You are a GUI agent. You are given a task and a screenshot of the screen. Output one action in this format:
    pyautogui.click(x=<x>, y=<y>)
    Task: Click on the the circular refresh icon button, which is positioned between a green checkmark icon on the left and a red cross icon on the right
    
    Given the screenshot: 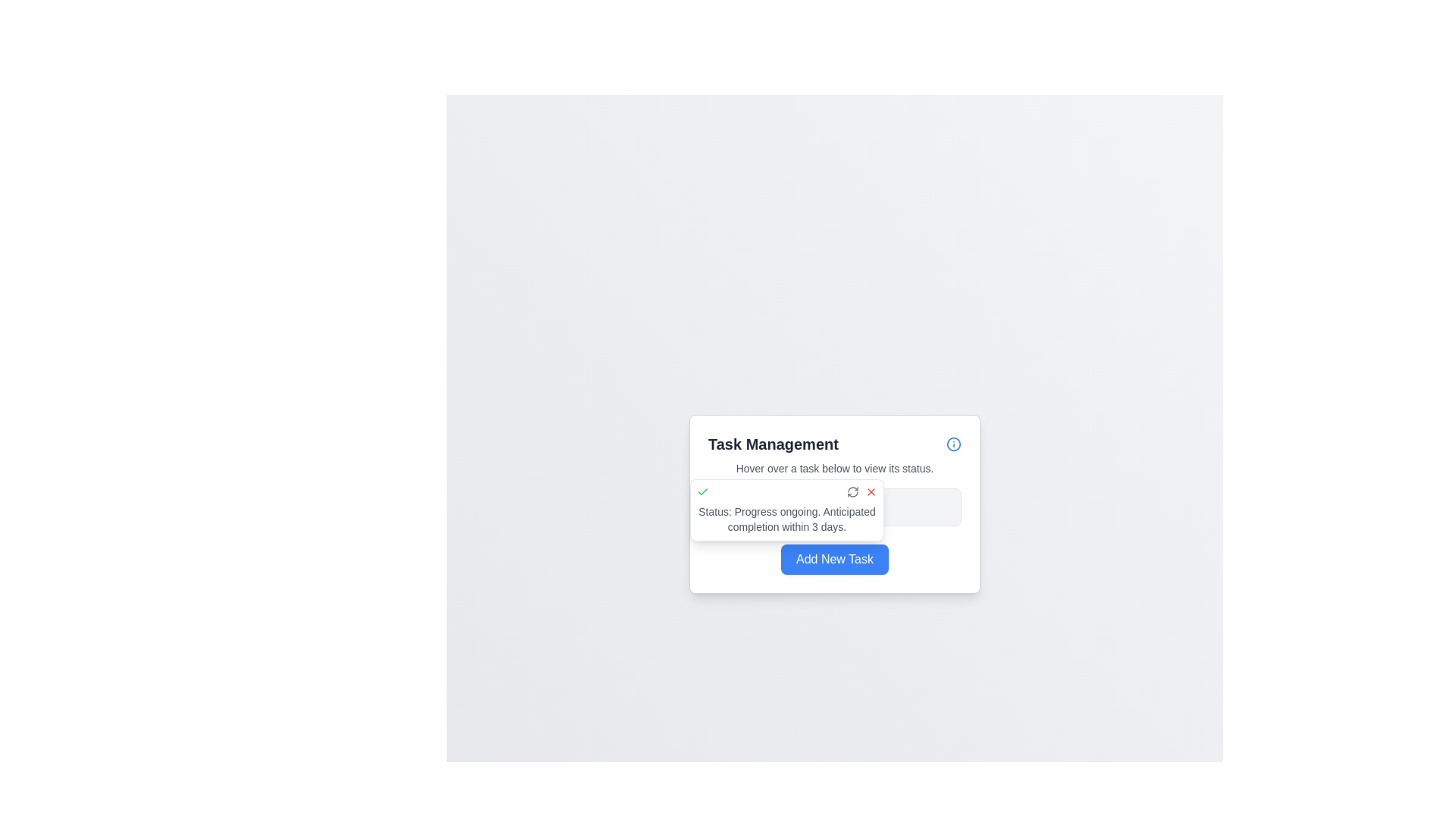 What is the action you would take?
    pyautogui.click(x=852, y=491)
    